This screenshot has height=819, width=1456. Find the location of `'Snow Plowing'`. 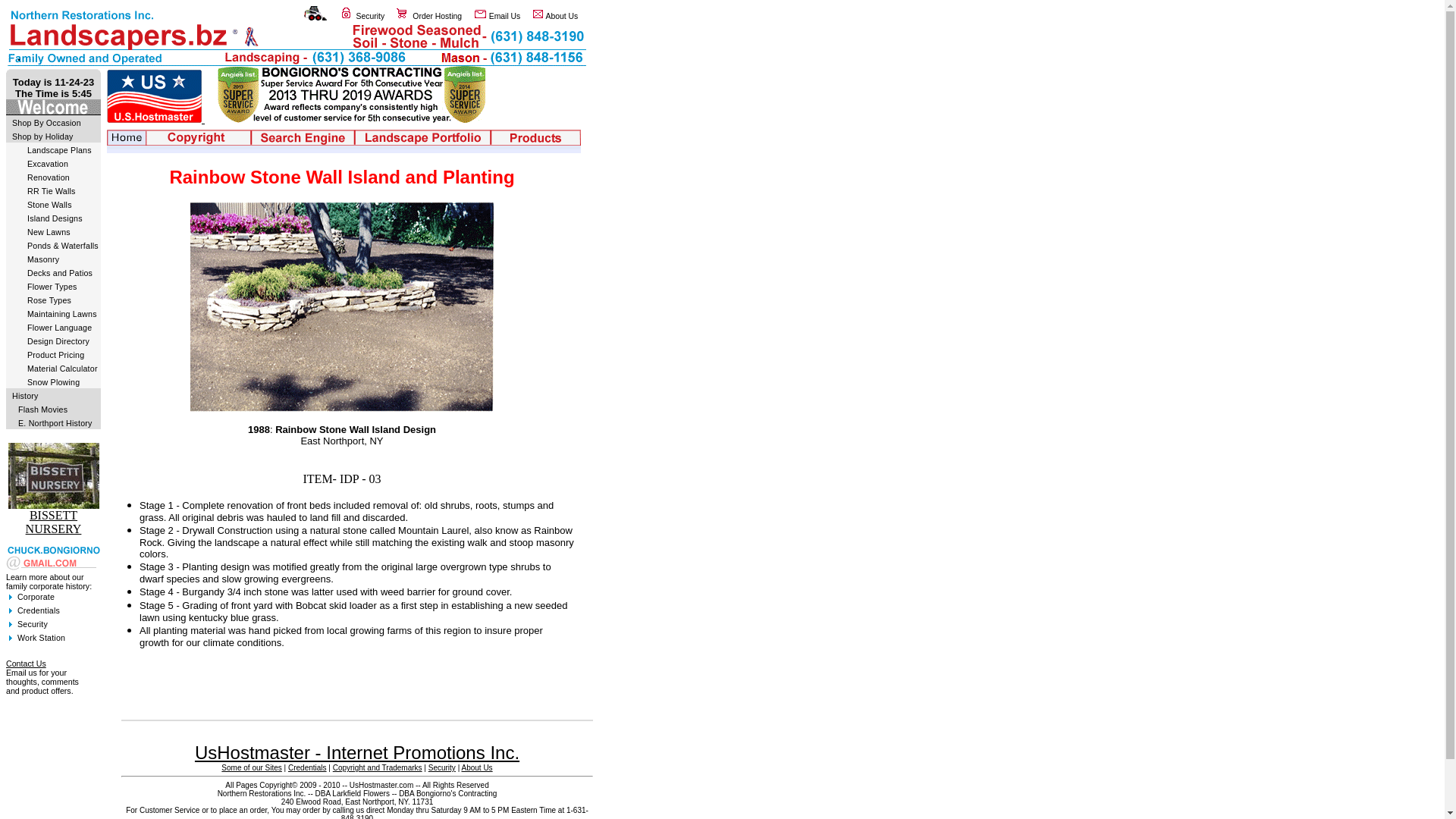

'Snow Plowing' is located at coordinates (53, 381).